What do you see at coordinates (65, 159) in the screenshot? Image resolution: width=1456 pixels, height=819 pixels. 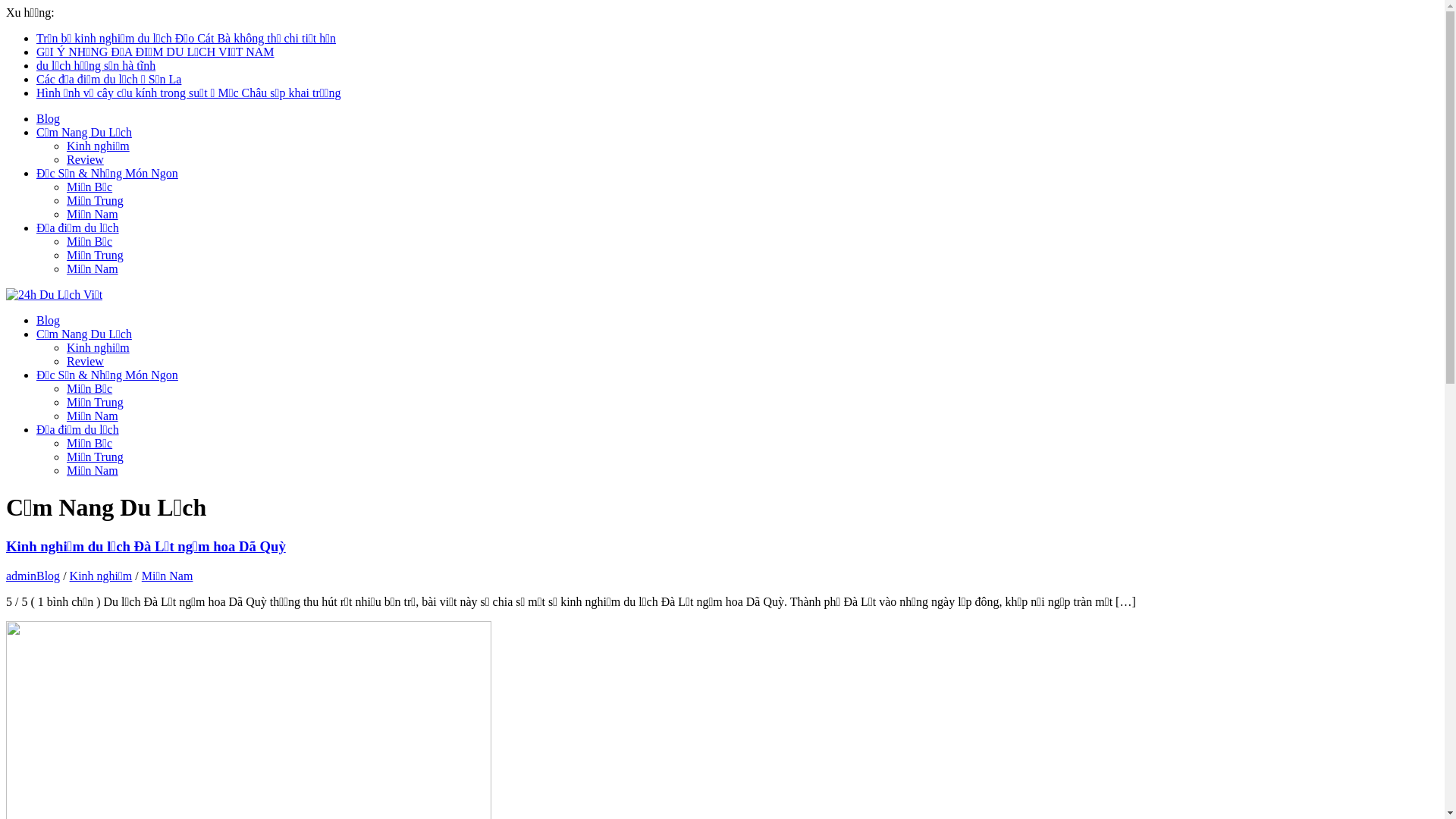 I see `'Review'` at bounding box center [65, 159].